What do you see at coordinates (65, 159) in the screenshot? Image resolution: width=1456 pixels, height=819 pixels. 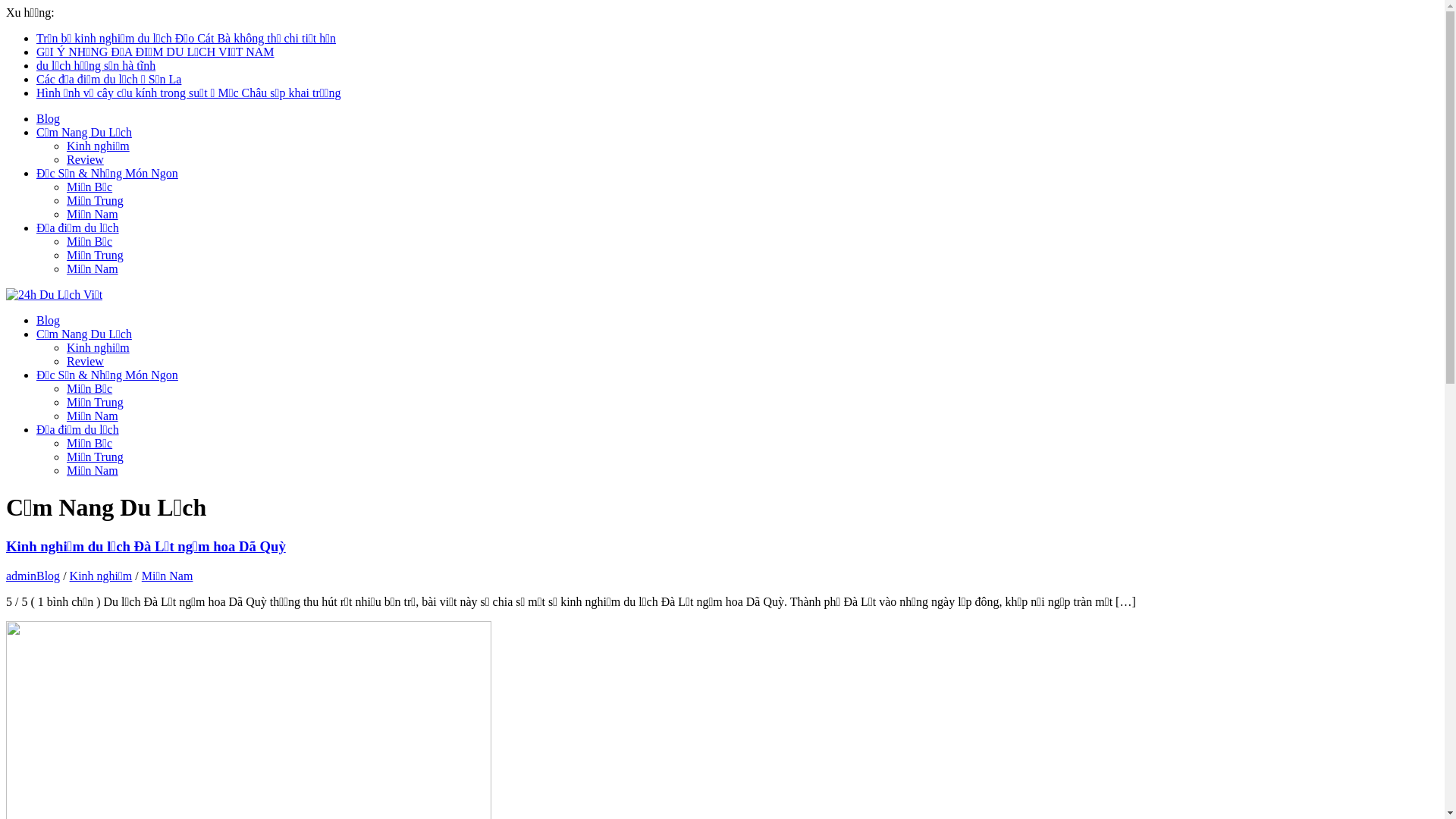 I see `'Review'` at bounding box center [65, 159].